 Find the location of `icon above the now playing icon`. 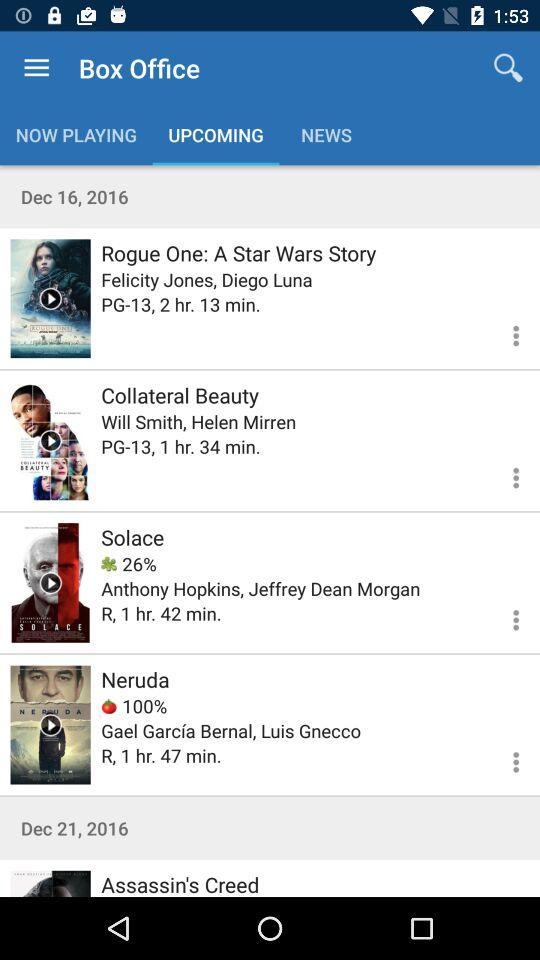

icon above the now playing icon is located at coordinates (36, 68).